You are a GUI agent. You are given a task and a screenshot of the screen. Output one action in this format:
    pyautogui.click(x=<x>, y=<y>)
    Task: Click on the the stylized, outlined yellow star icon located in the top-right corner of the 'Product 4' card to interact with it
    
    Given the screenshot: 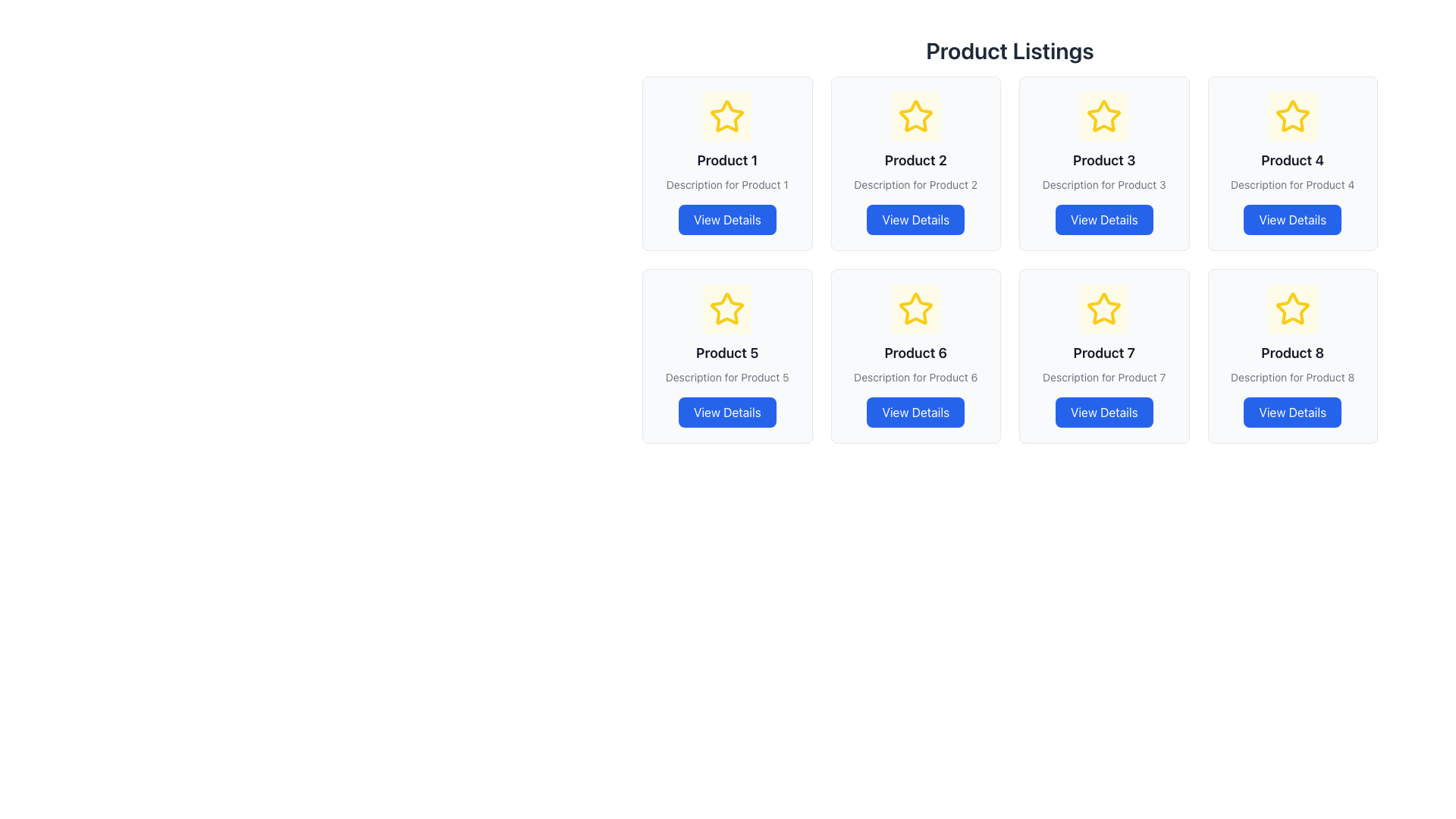 What is the action you would take?
    pyautogui.click(x=1291, y=116)
    